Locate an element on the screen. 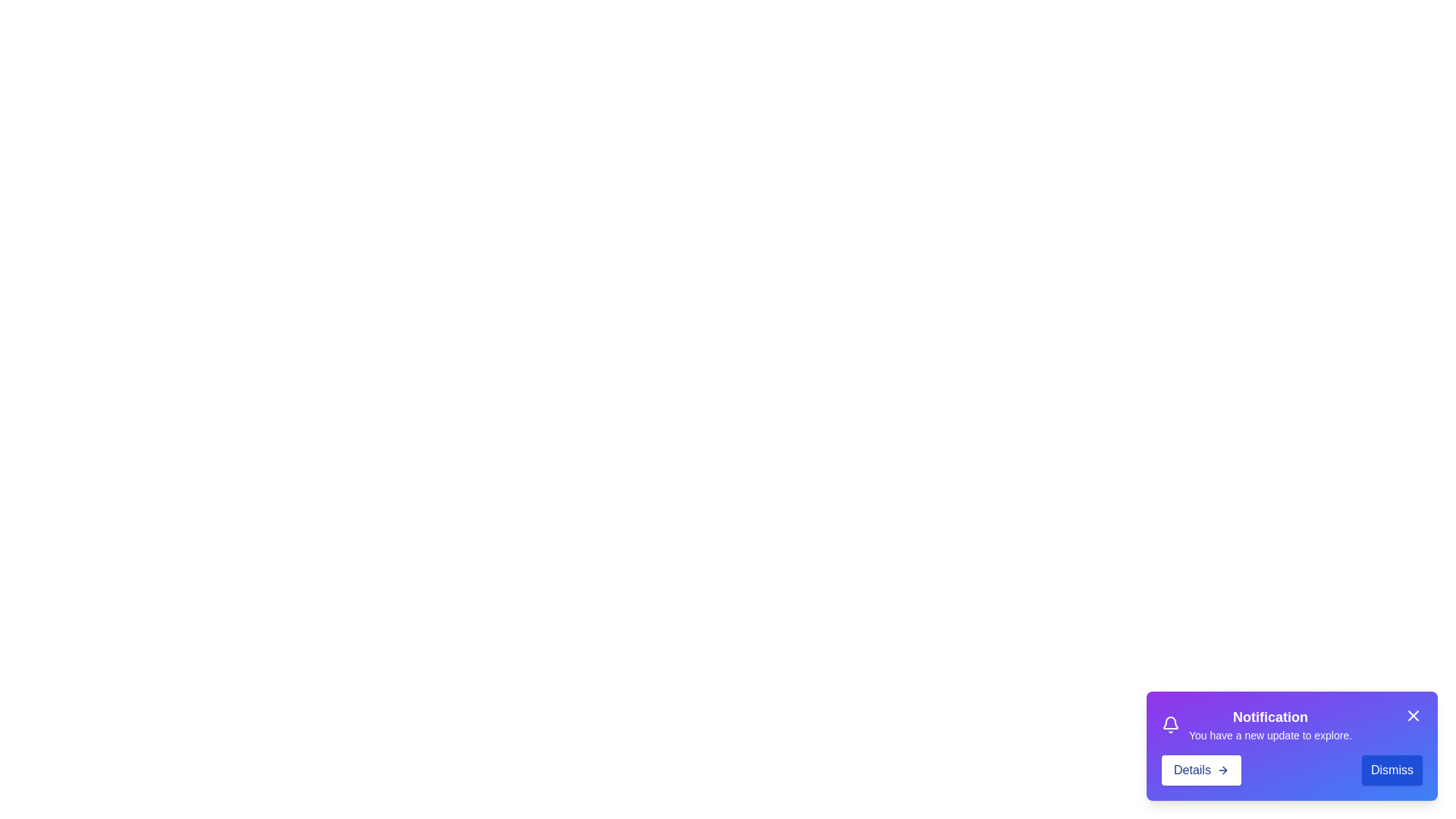 Image resolution: width=1456 pixels, height=819 pixels. the button located in the bottom-right corner of the notification card, which provides a detailed view or additional information related to the notification is located at coordinates (1200, 770).